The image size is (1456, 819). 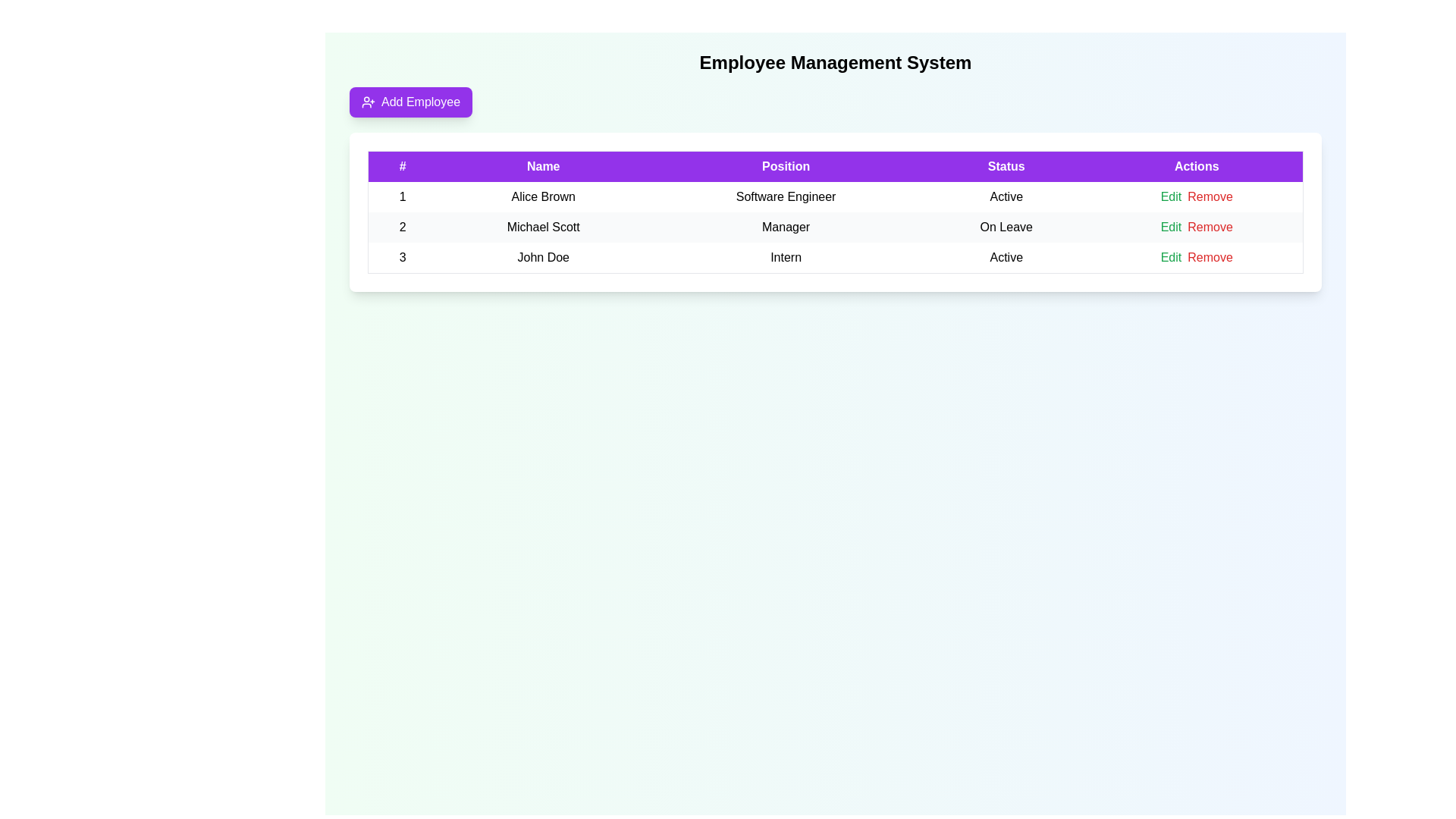 What do you see at coordinates (1196, 256) in the screenshot?
I see `the 'Remove' link in the Group of buttons with individual clickable links located in the 'Actions' column of the third row of the table` at bounding box center [1196, 256].